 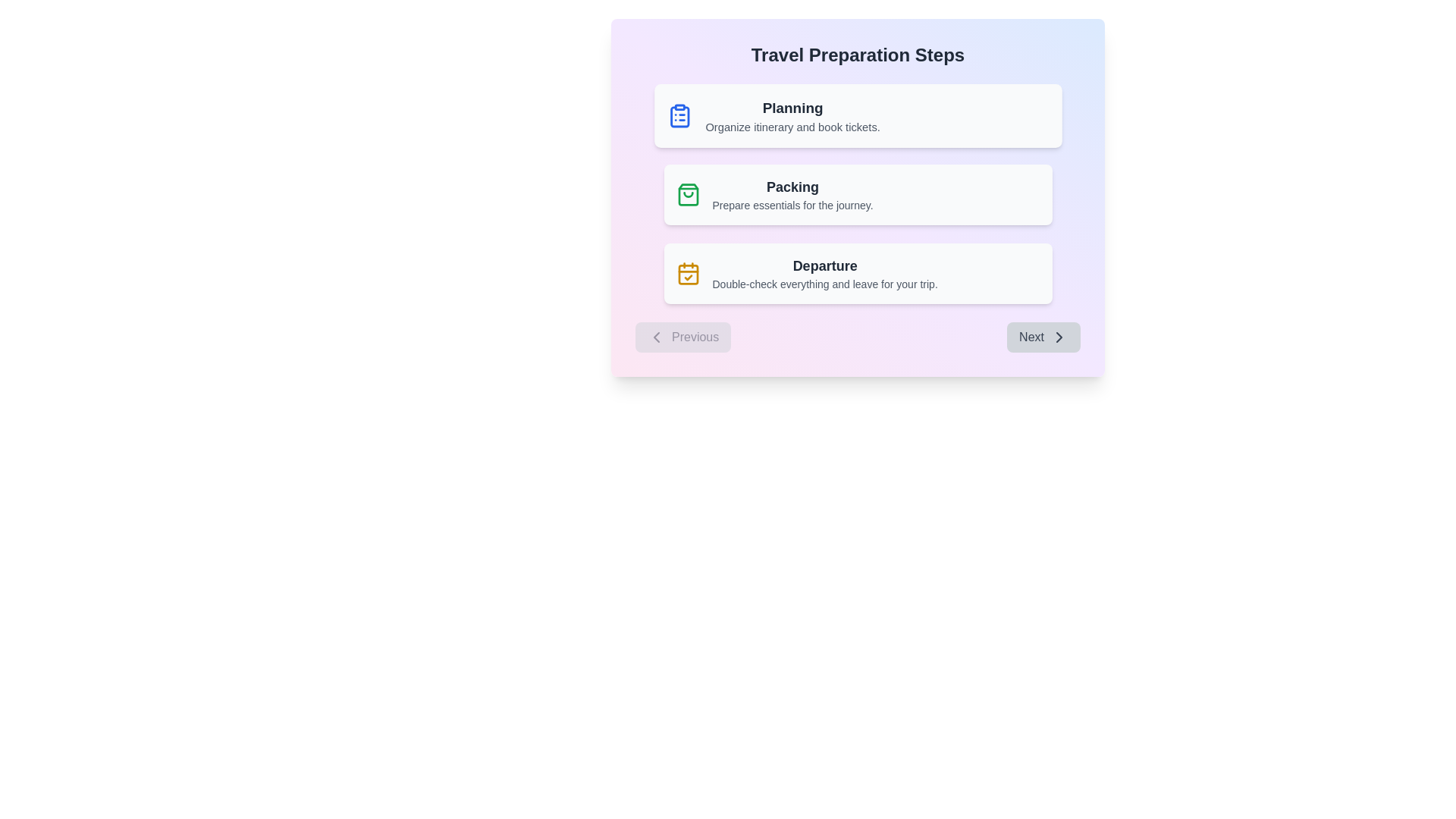 What do you see at coordinates (687, 275) in the screenshot?
I see `the calendar icon element, which is a rectangular shape with rounded corners, featuring a yellow-orange outline and located above the checkmark within the travel steps` at bounding box center [687, 275].